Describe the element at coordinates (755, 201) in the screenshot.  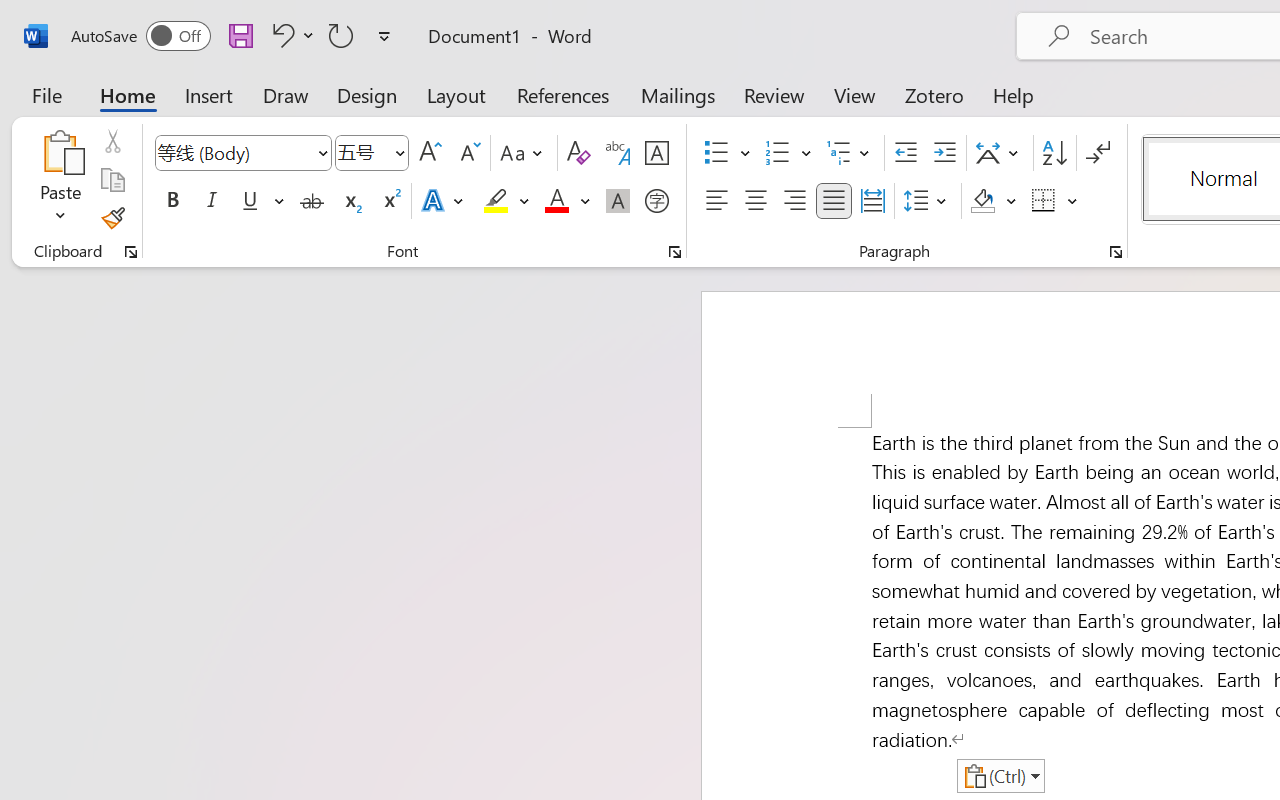
I see `'Center'` at that location.